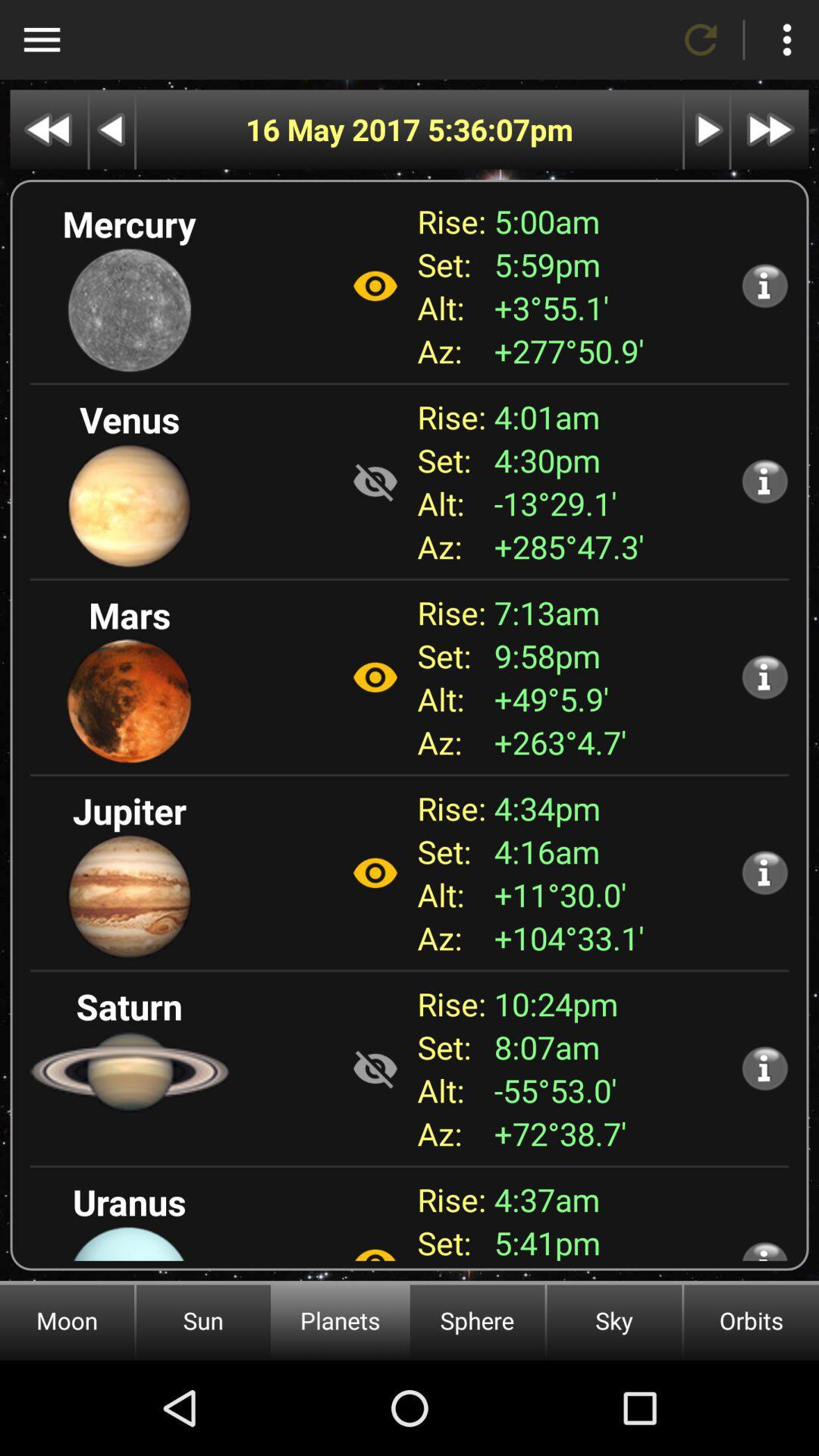 The width and height of the screenshot is (819, 1456). Describe the element at coordinates (41, 39) in the screenshot. I see `open main menu list view` at that location.